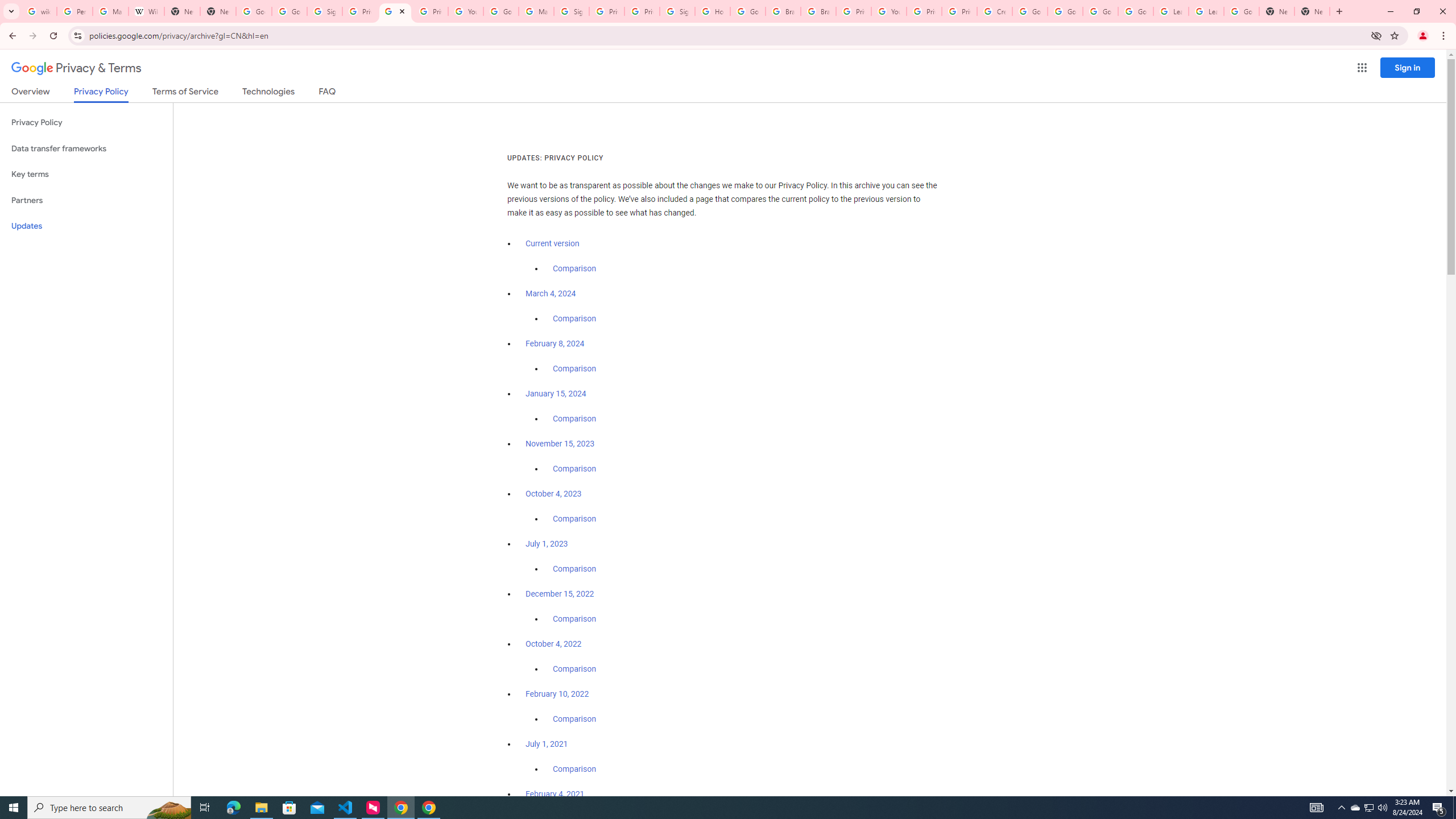 The height and width of the screenshot is (819, 1456). Describe the element at coordinates (559, 593) in the screenshot. I see `'December 15, 2022'` at that location.